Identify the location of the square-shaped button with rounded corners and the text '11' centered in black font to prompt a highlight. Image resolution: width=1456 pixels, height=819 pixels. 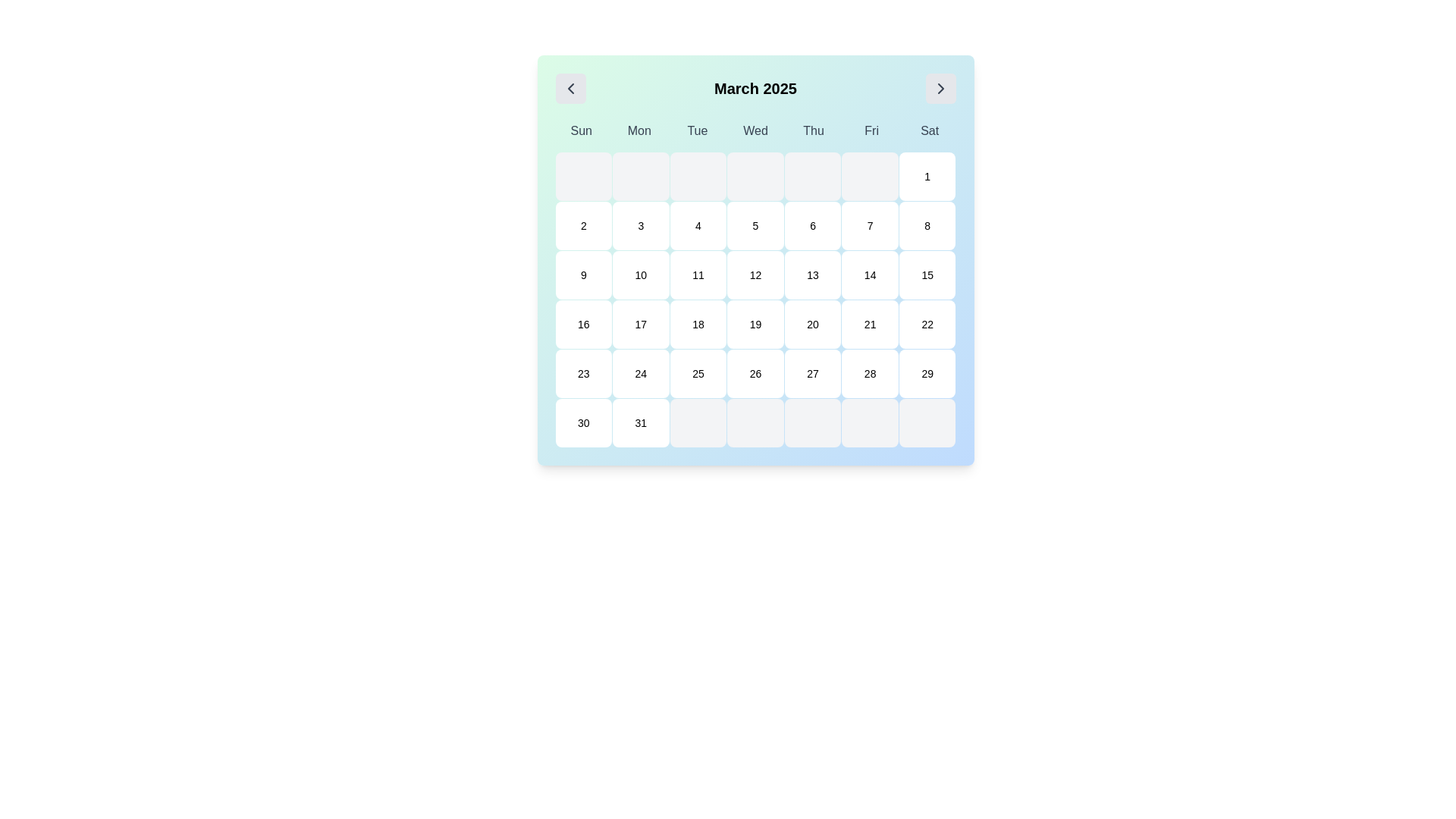
(697, 275).